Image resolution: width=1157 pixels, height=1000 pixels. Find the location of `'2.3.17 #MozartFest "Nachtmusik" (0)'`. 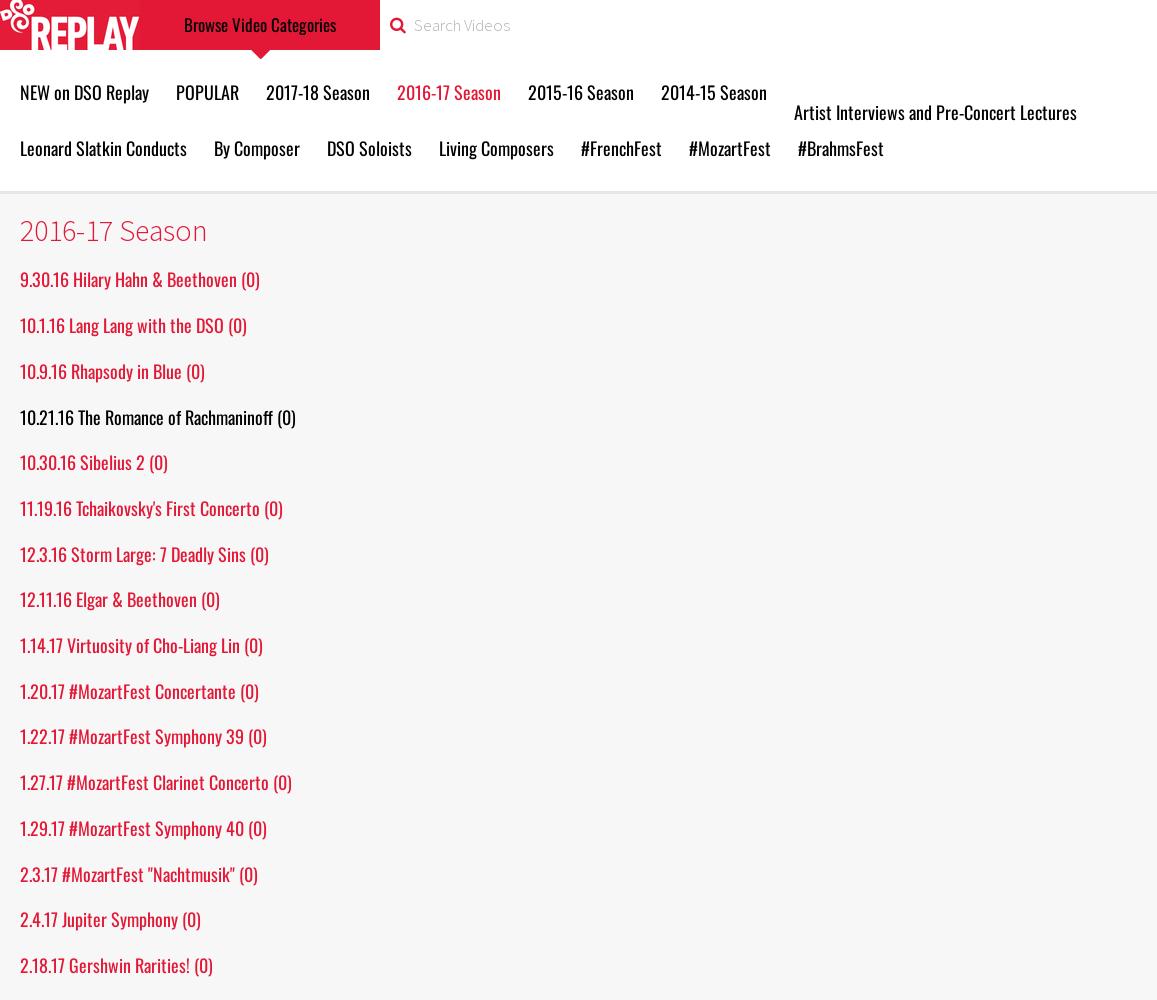

'2.3.17 #MozartFest "Nachtmusik" (0)' is located at coordinates (137, 872).